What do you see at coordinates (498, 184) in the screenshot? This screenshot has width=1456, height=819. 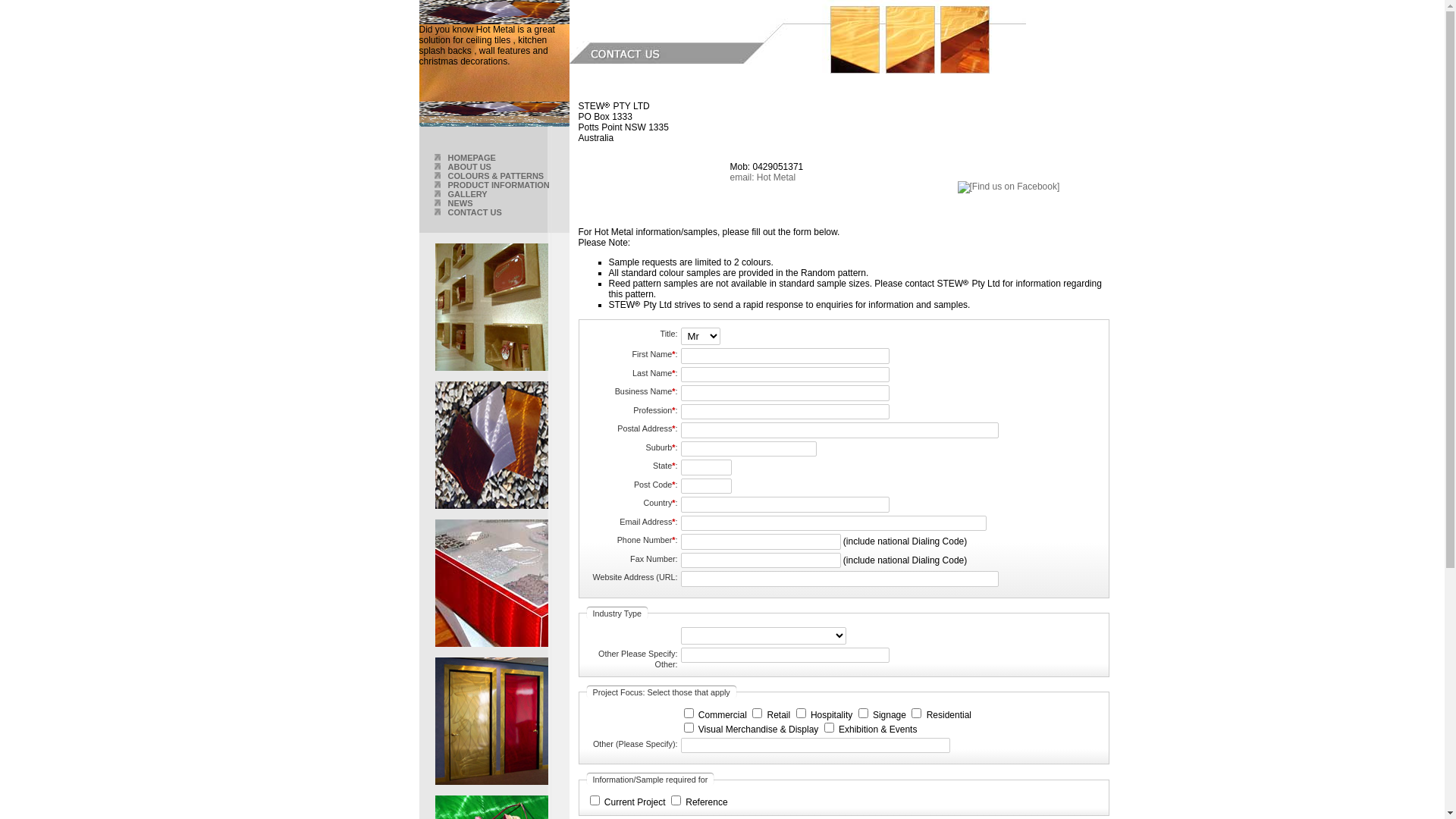 I see `'PRODUCT INFORMATION'` at bounding box center [498, 184].